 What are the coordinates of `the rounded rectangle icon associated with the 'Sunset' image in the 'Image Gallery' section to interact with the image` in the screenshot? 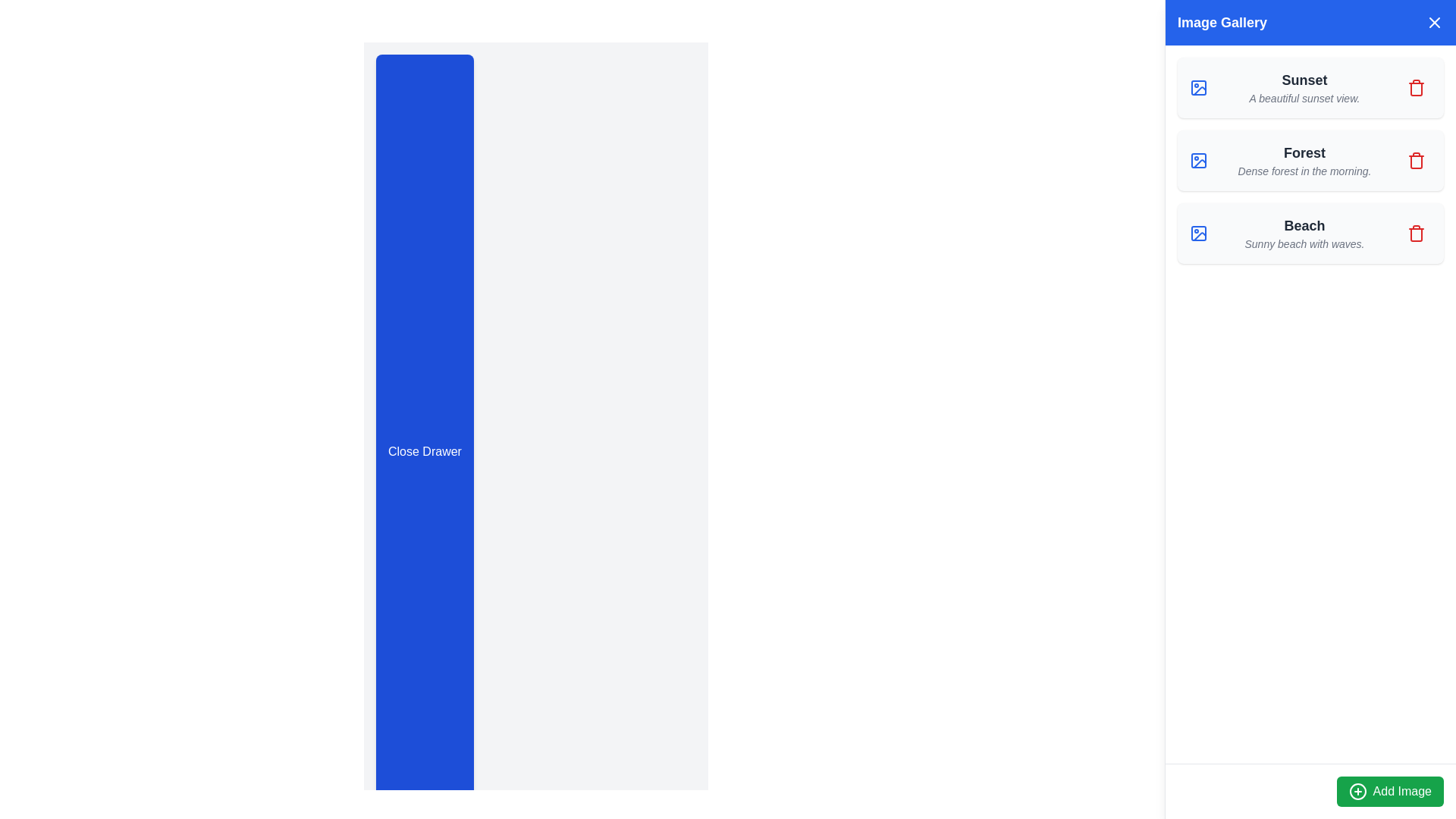 It's located at (1197, 87).